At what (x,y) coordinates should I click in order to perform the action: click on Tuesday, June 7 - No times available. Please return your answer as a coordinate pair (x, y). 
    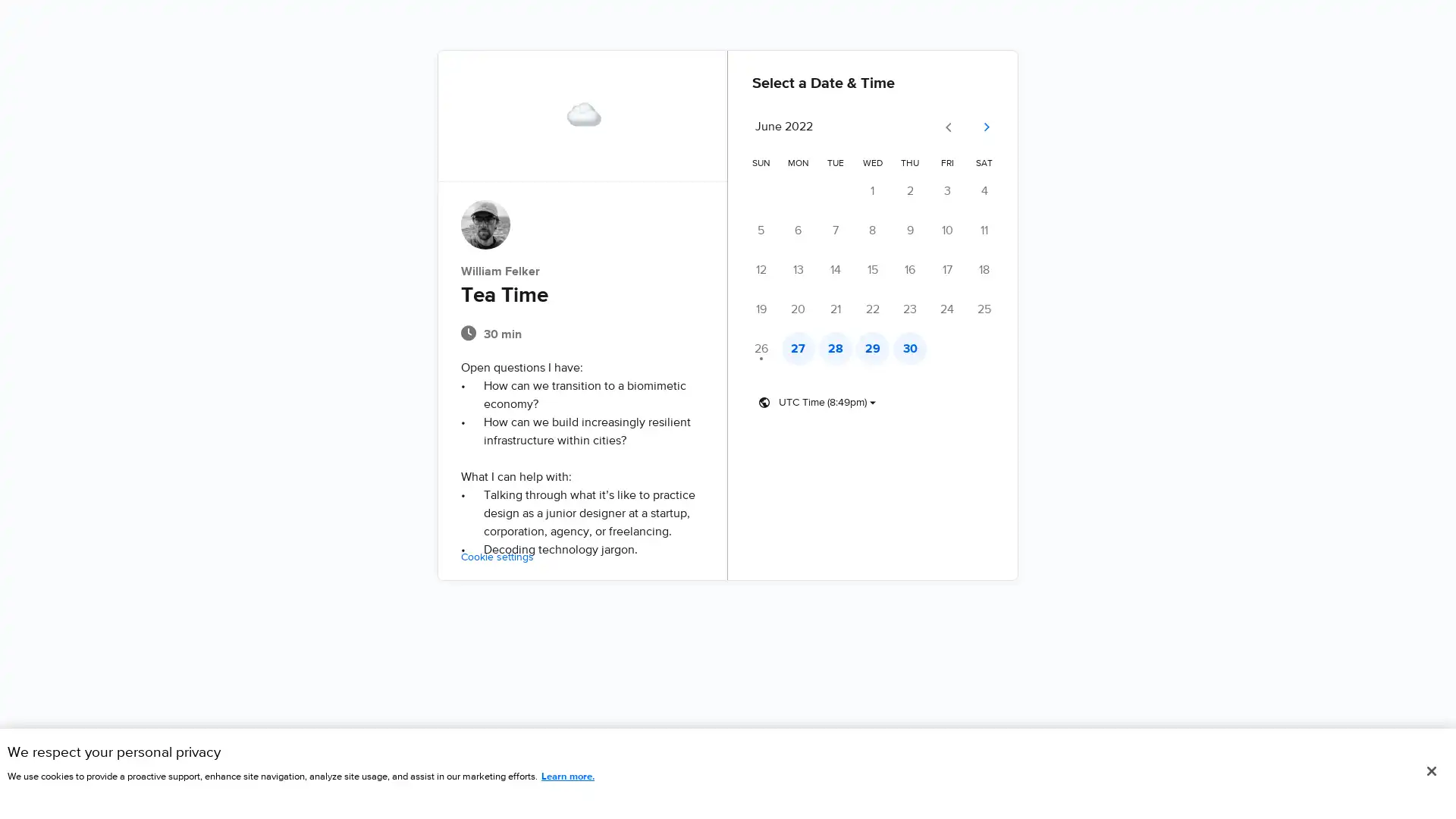
    Looking at the image, I should click on (839, 231).